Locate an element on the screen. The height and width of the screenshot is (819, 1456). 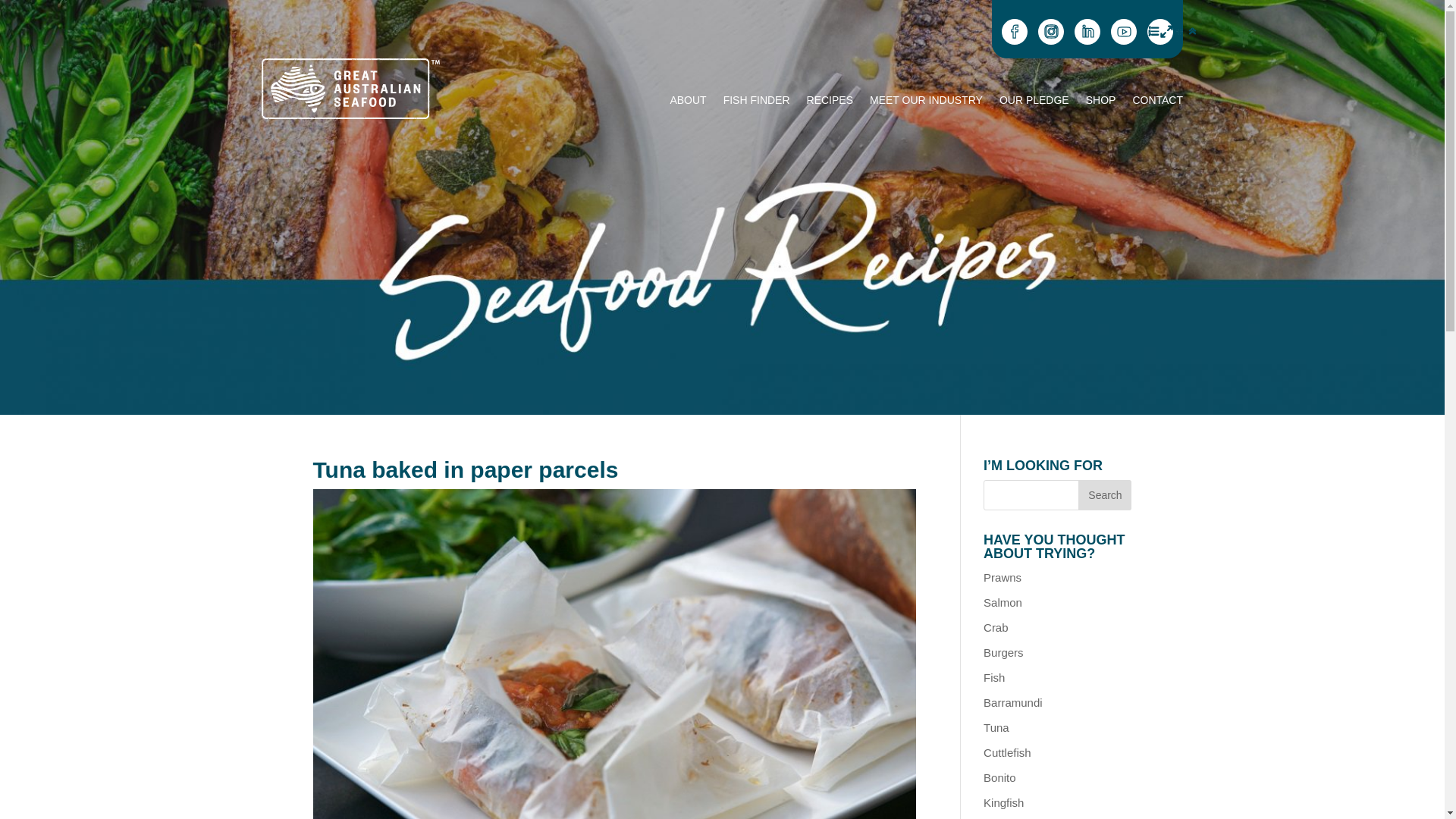
'Follow on LinkedIn' is located at coordinates (1087, 32).